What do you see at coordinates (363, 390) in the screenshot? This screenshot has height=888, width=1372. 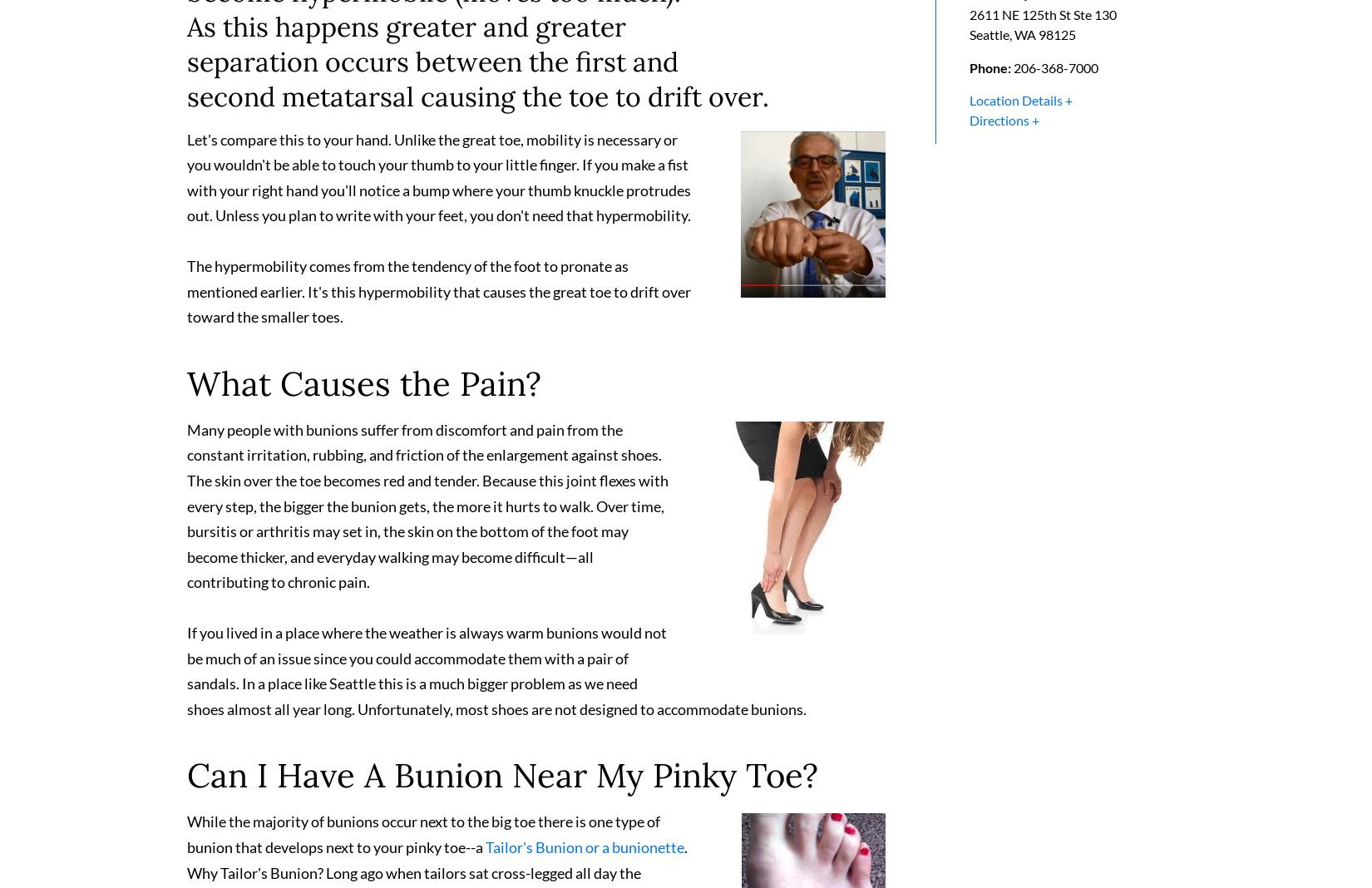 I see `'What Causes the Pain?'` at bounding box center [363, 390].